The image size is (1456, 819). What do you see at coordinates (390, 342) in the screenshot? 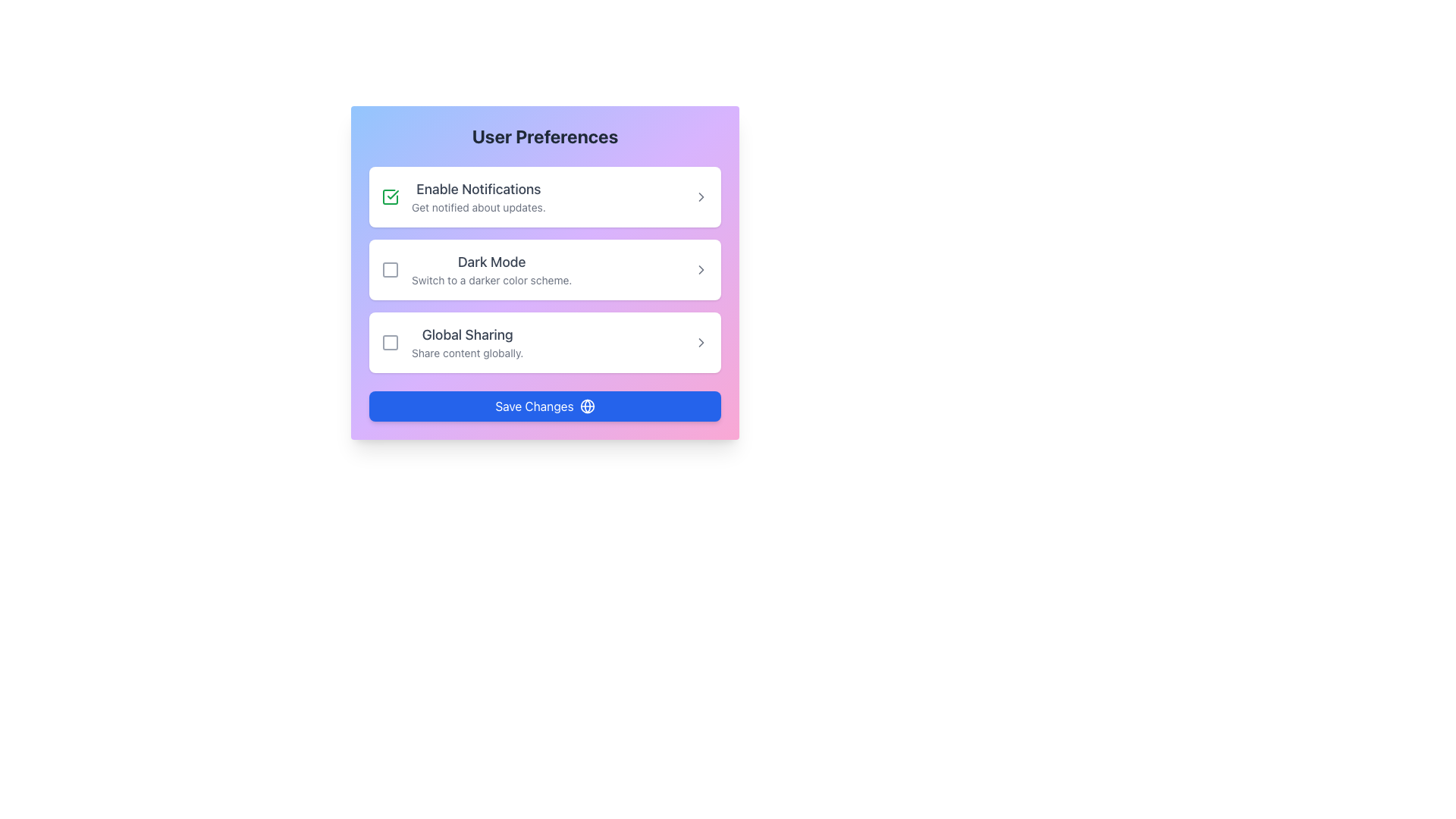
I see `the checkbox for the 'Global Sharing' option` at bounding box center [390, 342].